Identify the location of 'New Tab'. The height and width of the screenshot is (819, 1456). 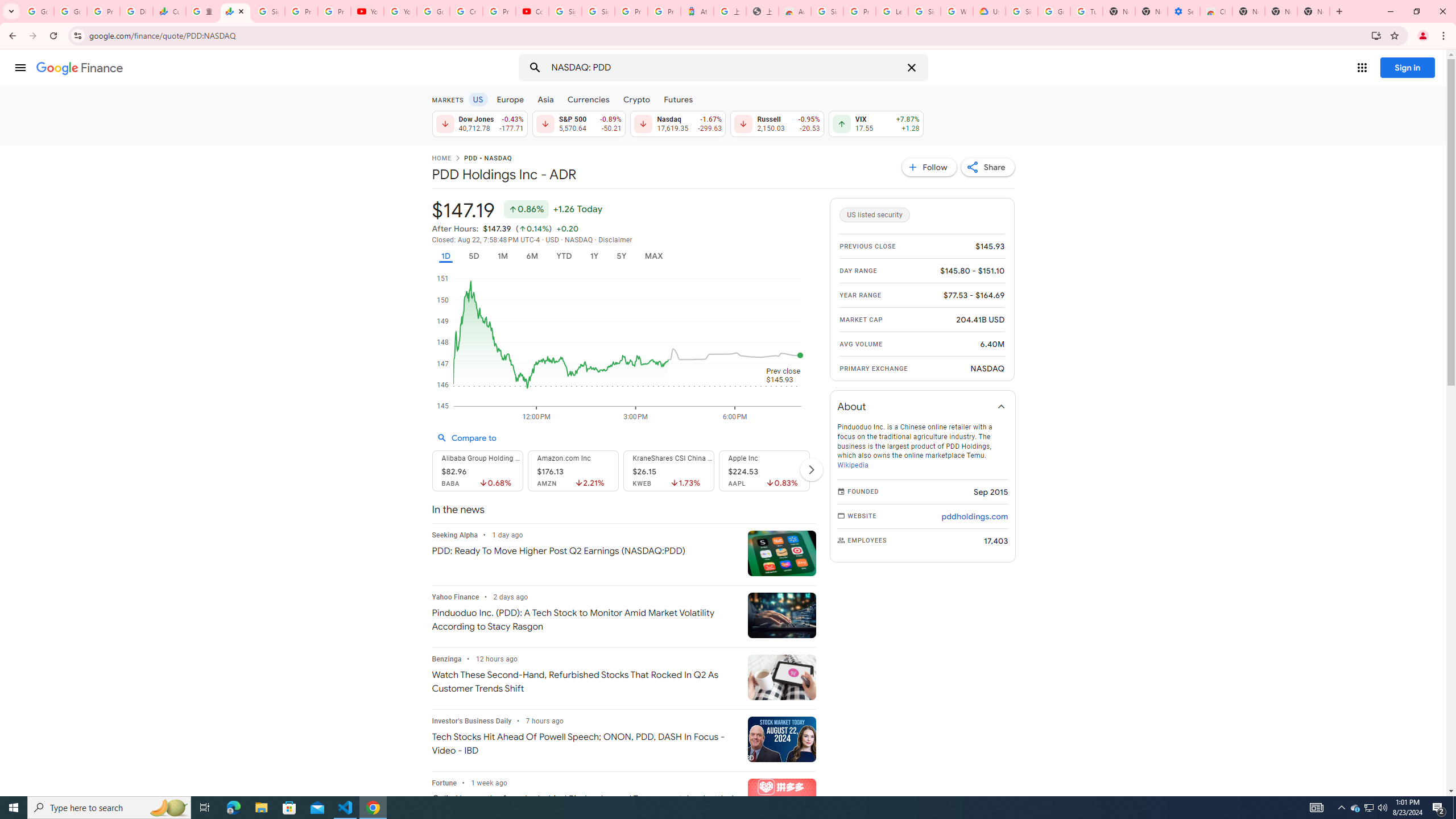
(1314, 11).